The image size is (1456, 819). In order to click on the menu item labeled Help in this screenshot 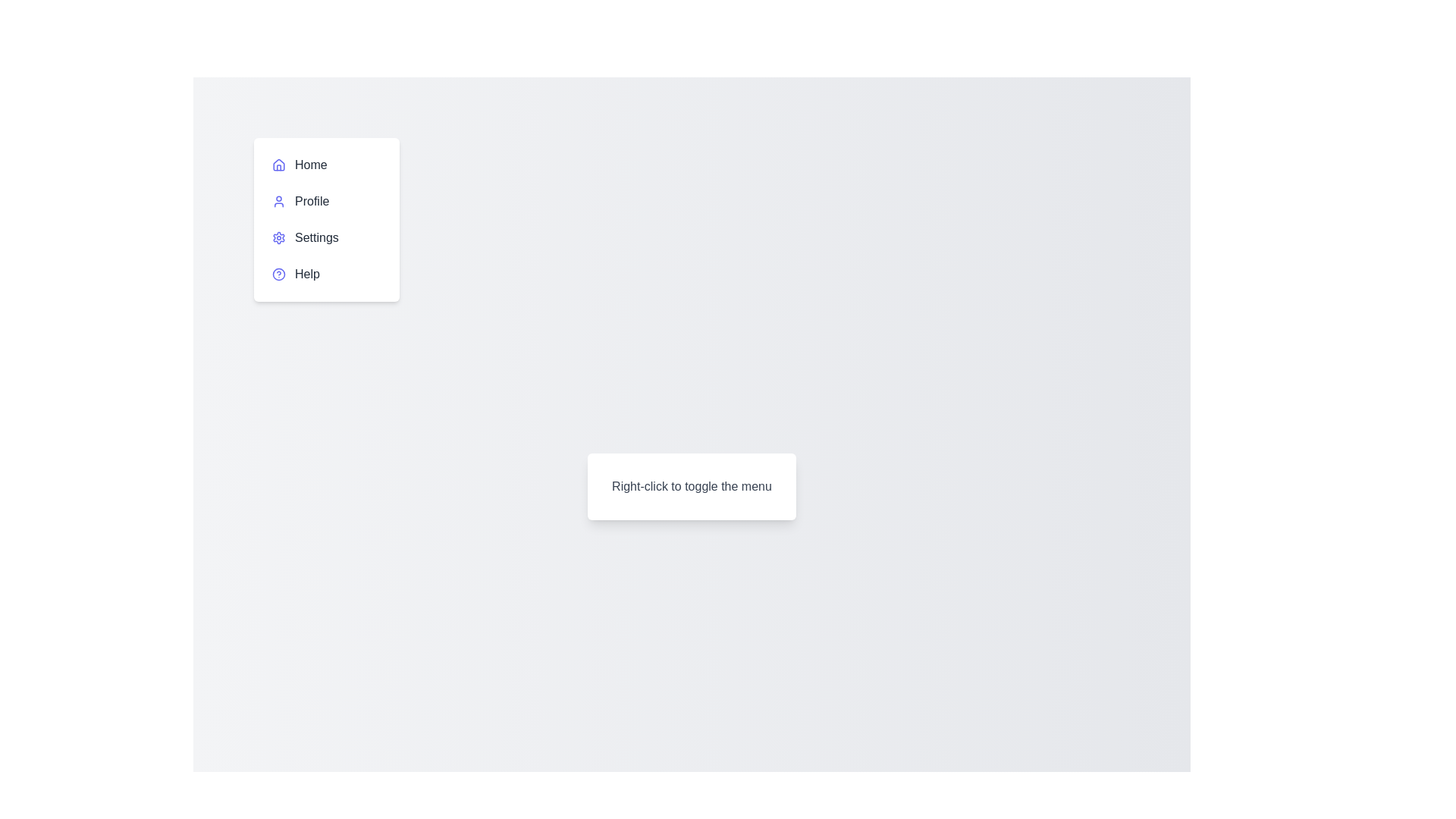, I will do `click(326, 275)`.